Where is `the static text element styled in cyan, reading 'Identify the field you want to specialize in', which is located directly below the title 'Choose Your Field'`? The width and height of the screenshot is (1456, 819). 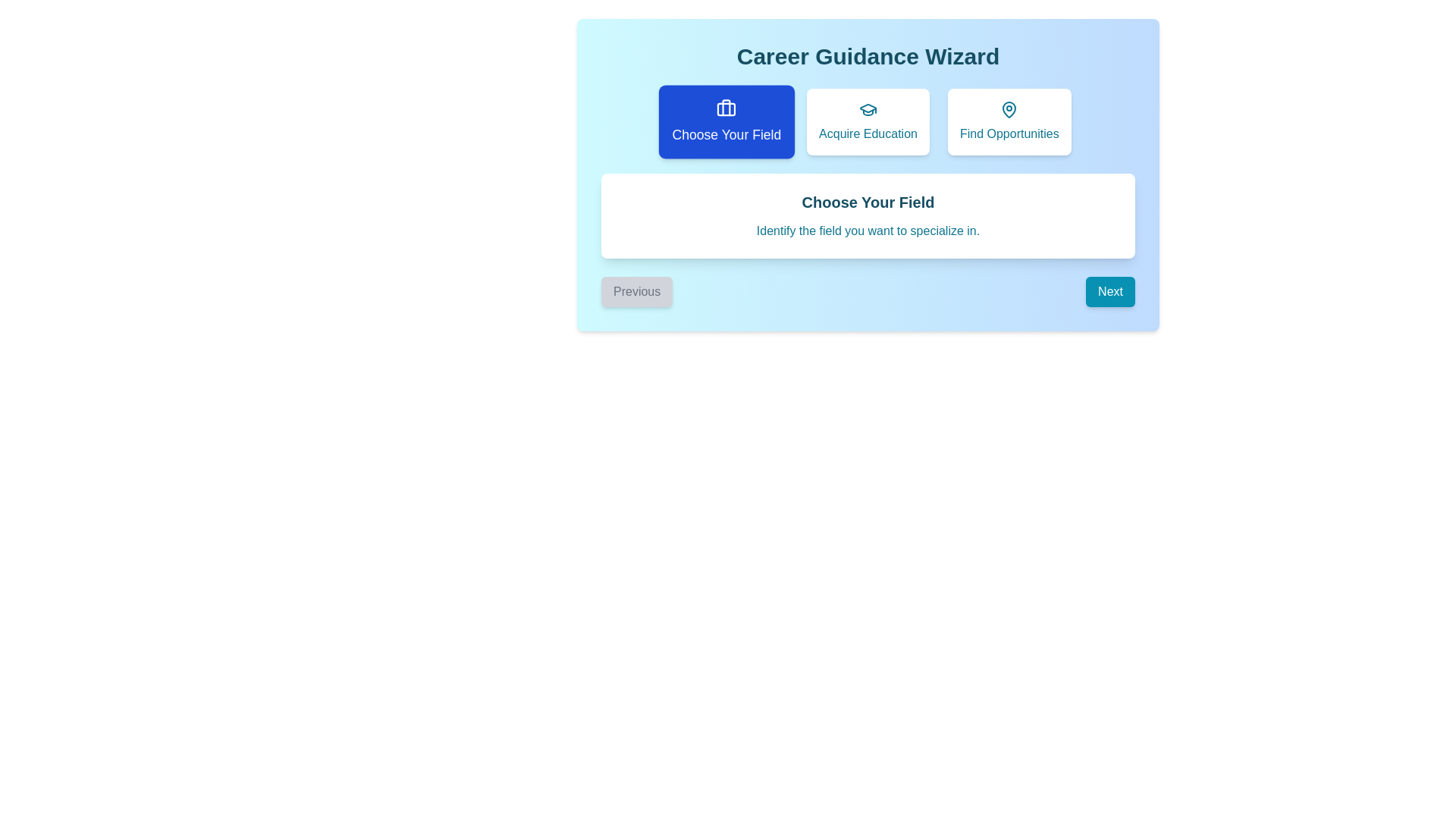
the static text element styled in cyan, reading 'Identify the field you want to specialize in', which is located directly below the title 'Choose Your Field' is located at coordinates (868, 231).